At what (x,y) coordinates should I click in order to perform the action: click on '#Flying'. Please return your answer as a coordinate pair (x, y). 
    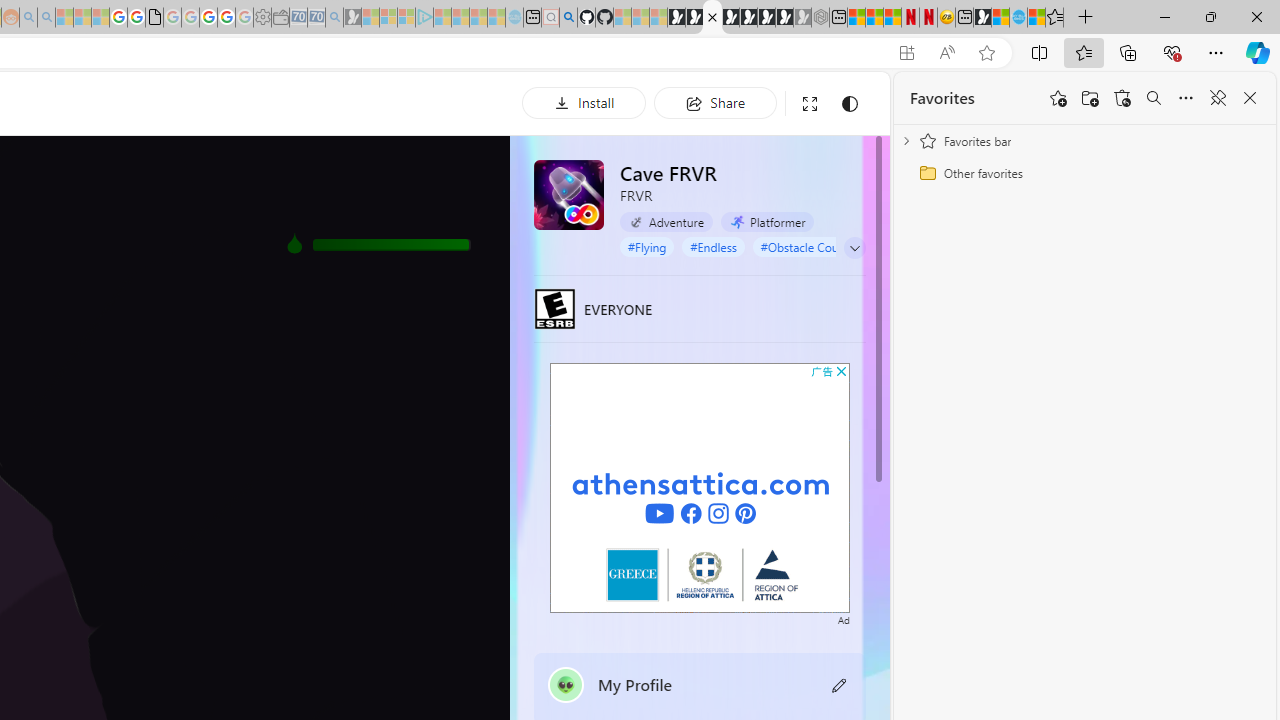
    Looking at the image, I should click on (647, 245).